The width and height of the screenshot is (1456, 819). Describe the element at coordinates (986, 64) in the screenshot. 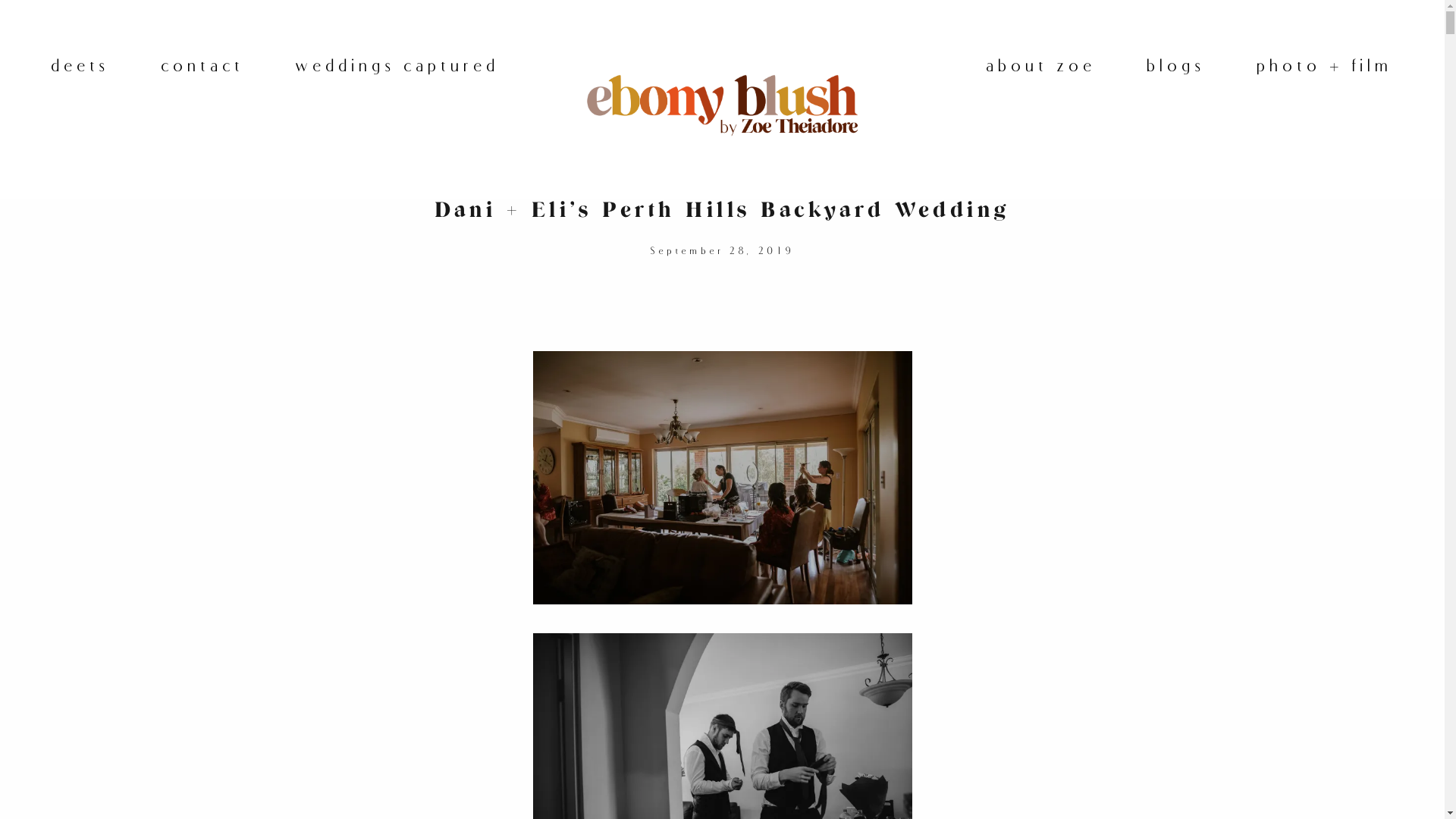

I see `'about zoe'` at that location.